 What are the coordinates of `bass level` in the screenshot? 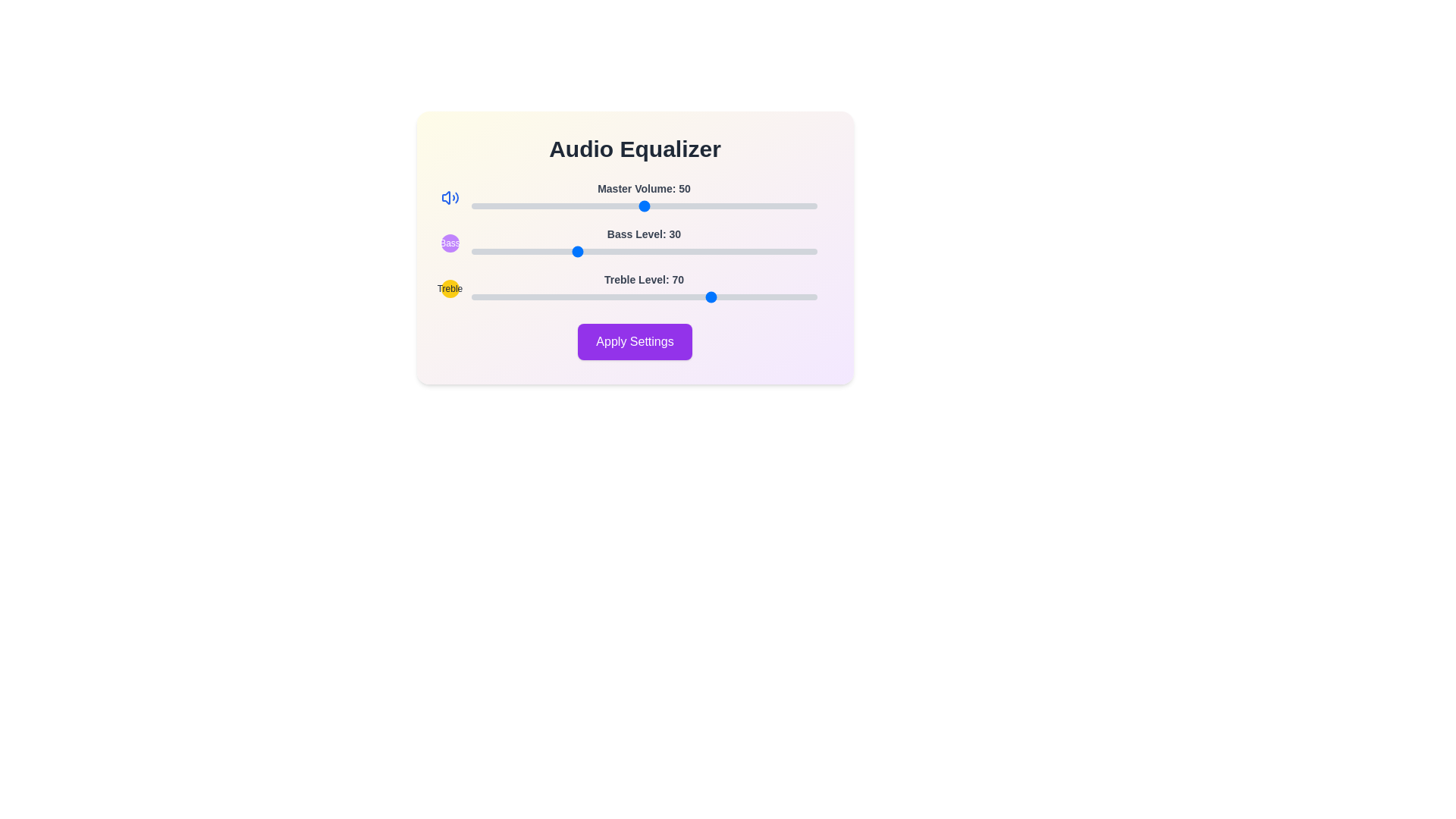 It's located at (498, 250).